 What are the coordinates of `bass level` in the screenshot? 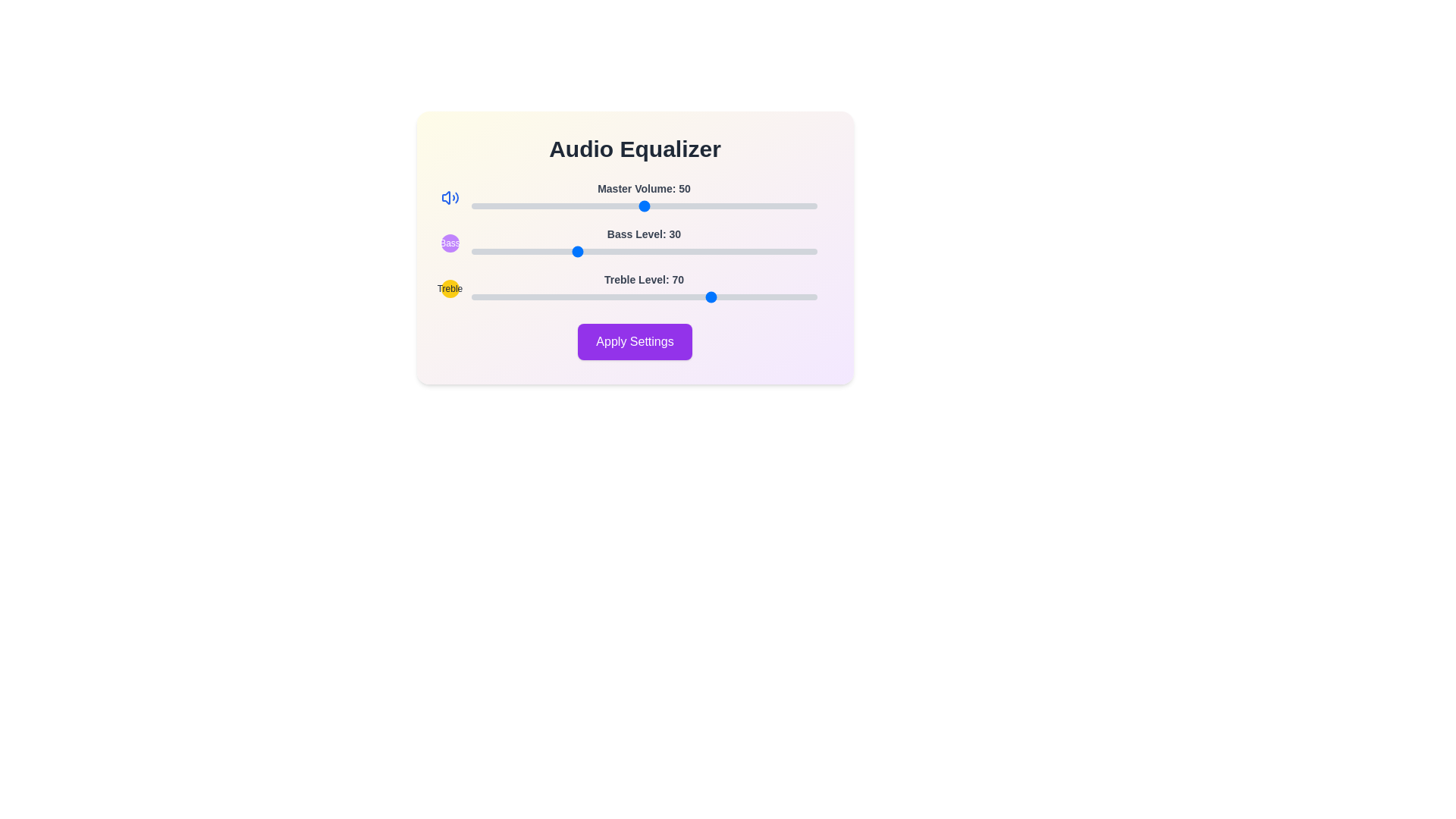 It's located at (498, 250).